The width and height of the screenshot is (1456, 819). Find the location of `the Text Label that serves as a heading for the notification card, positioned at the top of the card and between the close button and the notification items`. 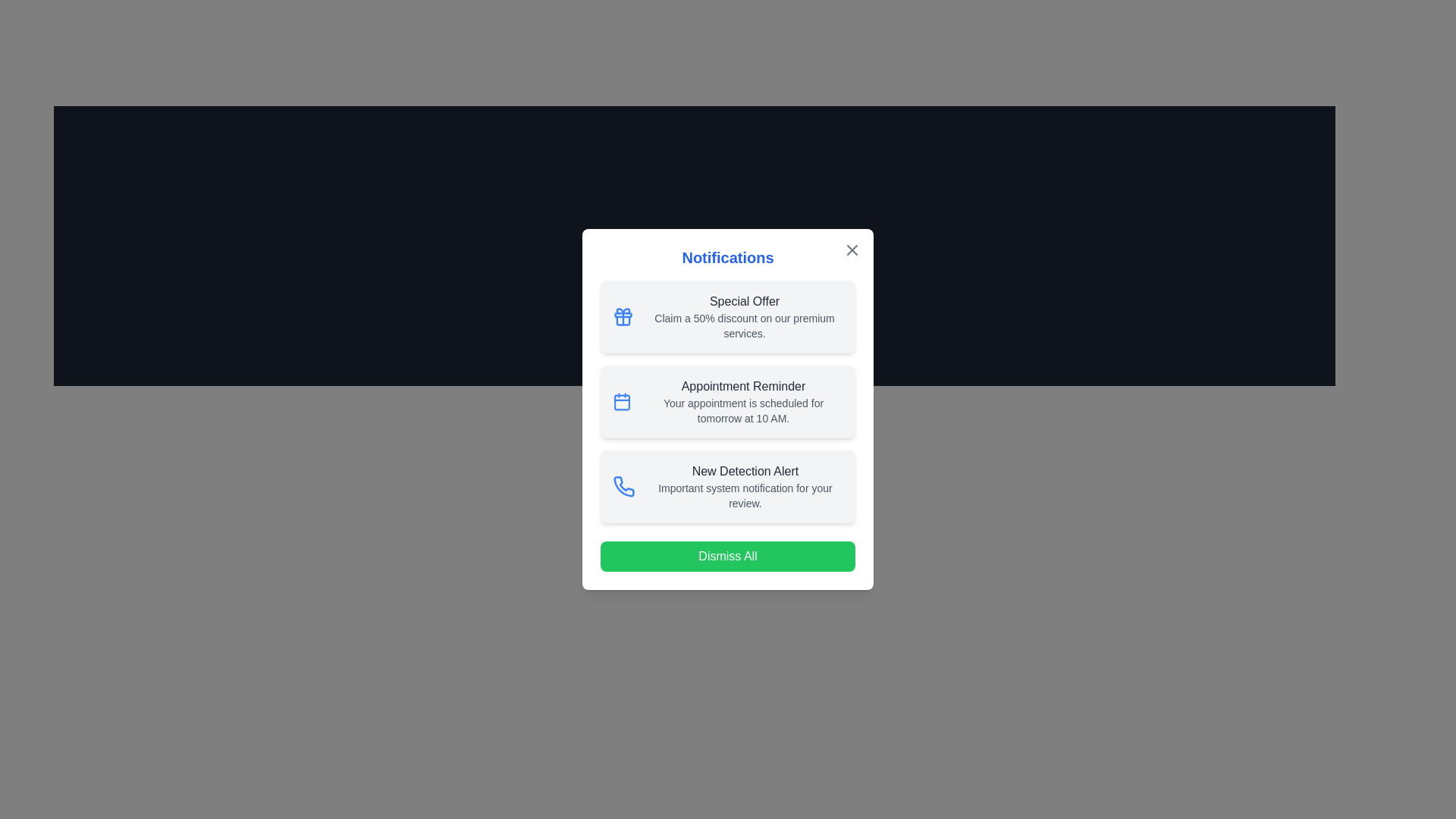

the Text Label that serves as a heading for the notification card, positioned at the top of the card and between the close button and the notification items is located at coordinates (728, 256).